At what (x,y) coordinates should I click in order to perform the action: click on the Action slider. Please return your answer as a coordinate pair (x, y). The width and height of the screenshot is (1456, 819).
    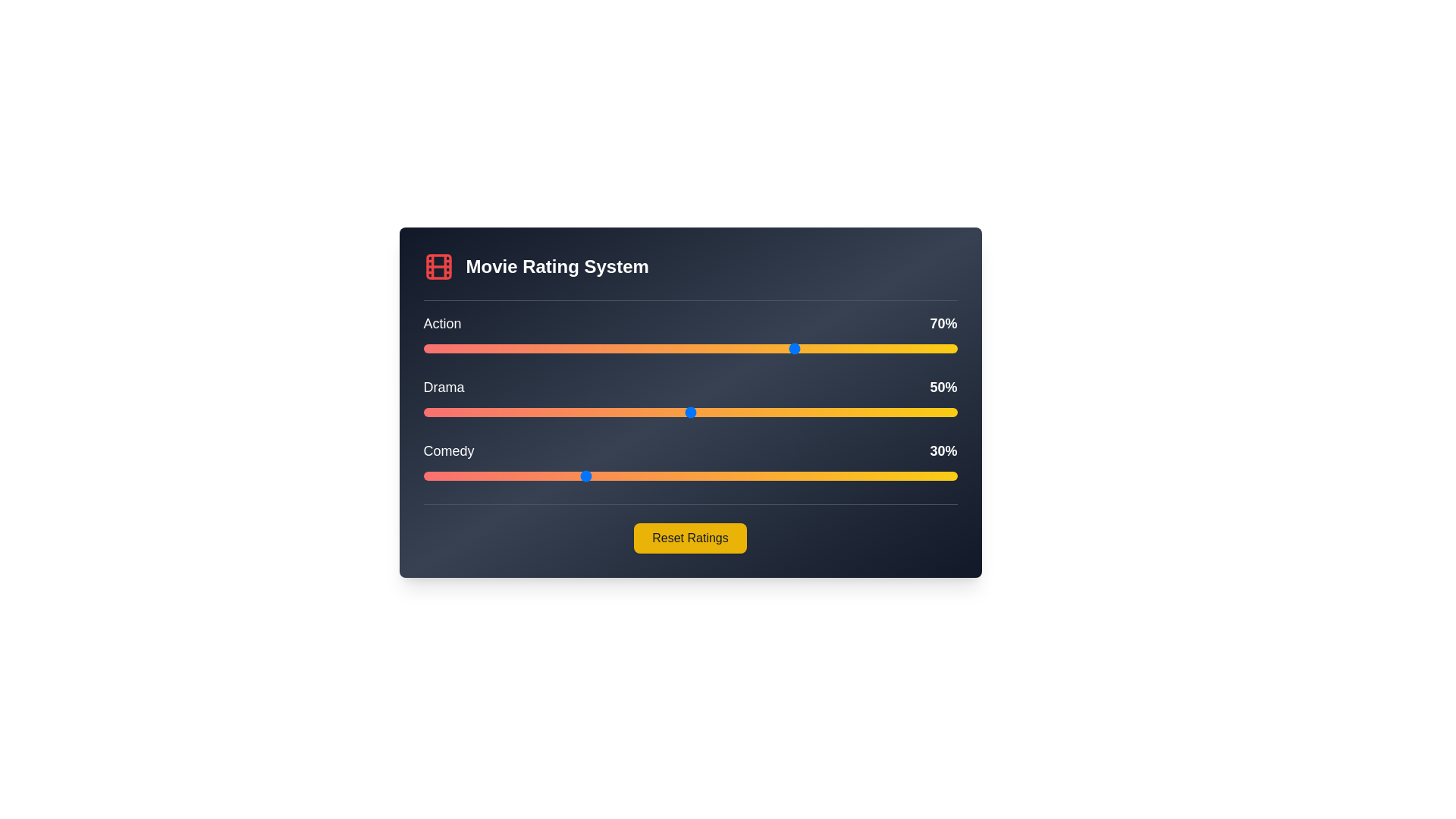
    Looking at the image, I should click on (689, 348).